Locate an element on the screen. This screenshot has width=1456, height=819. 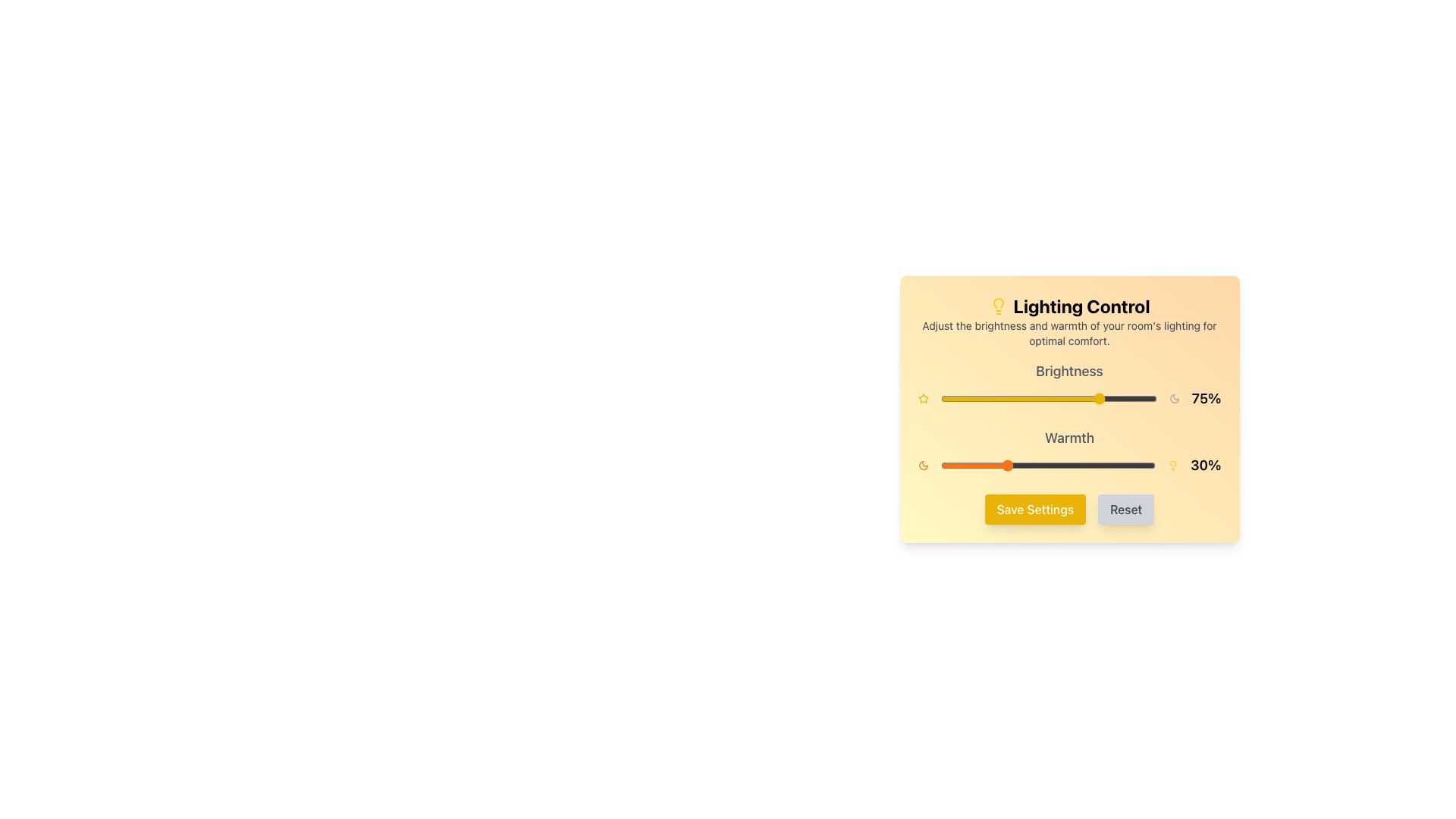
the brightness is located at coordinates (1035, 397).